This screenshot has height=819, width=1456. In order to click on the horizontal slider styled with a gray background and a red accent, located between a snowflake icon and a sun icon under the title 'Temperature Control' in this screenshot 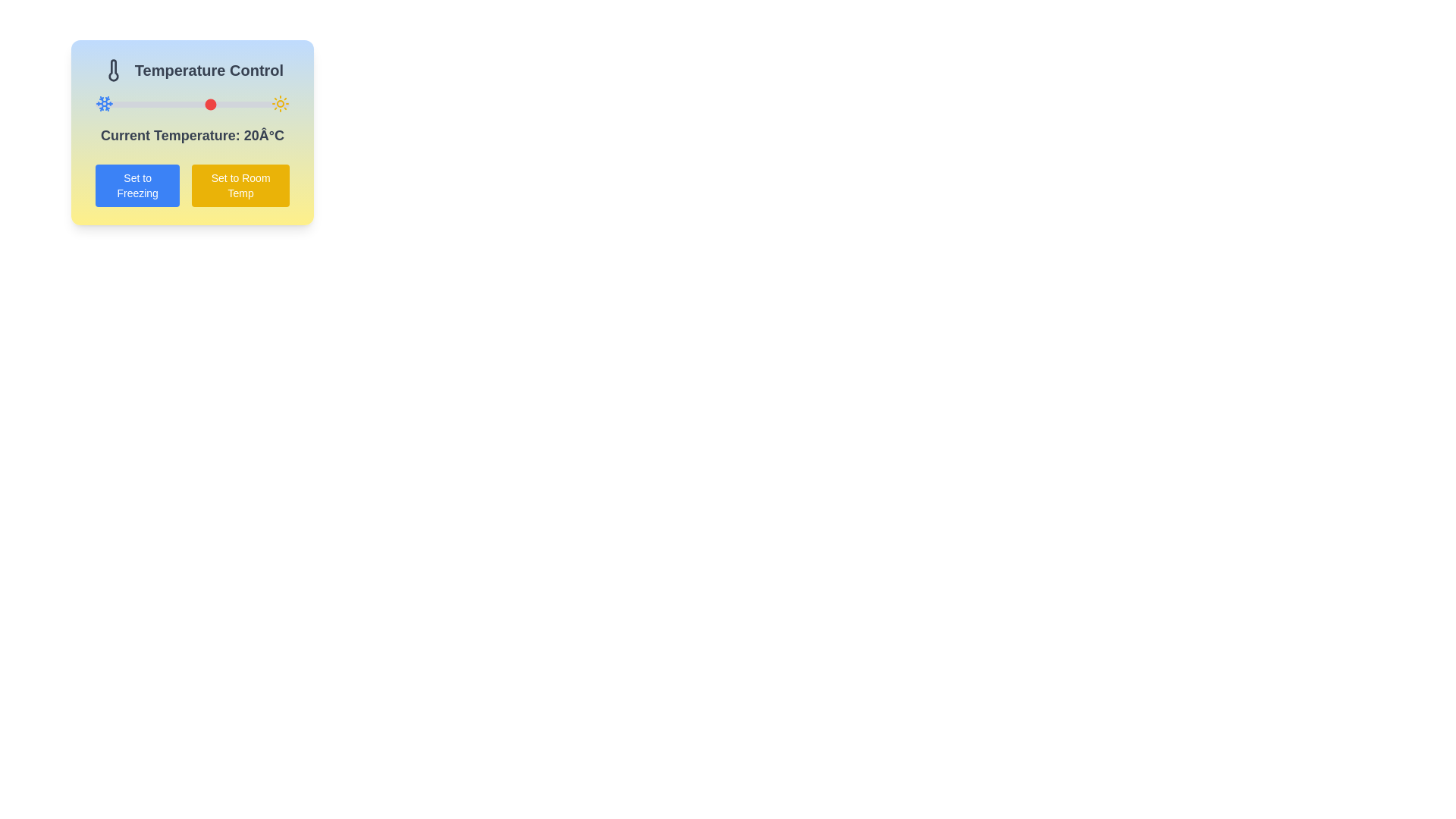, I will do `click(192, 104)`.